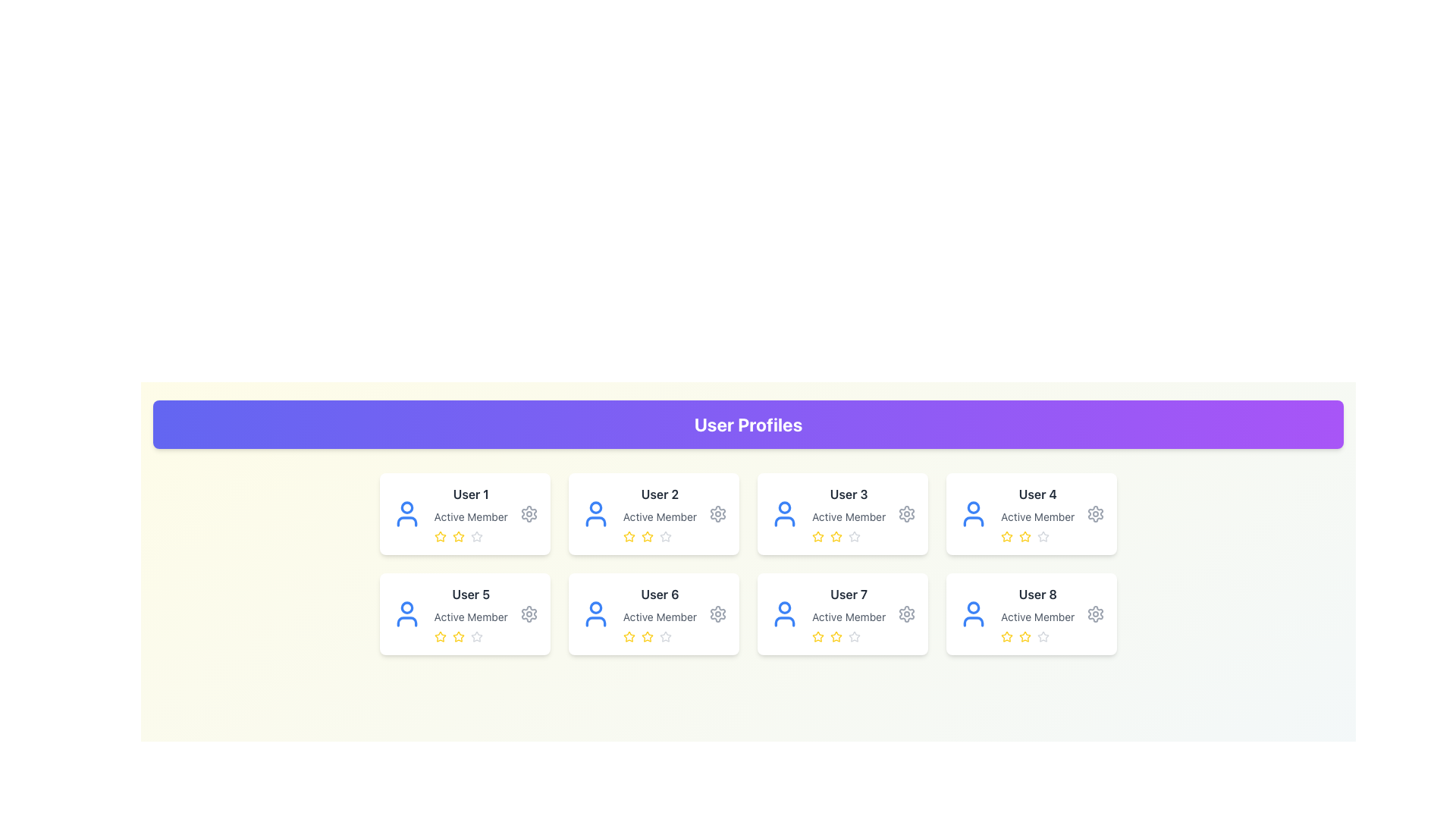  Describe the element at coordinates (1096, 614) in the screenshot. I see `the gear/settings icon located at the far right of the card associated with 'User 8'` at that location.